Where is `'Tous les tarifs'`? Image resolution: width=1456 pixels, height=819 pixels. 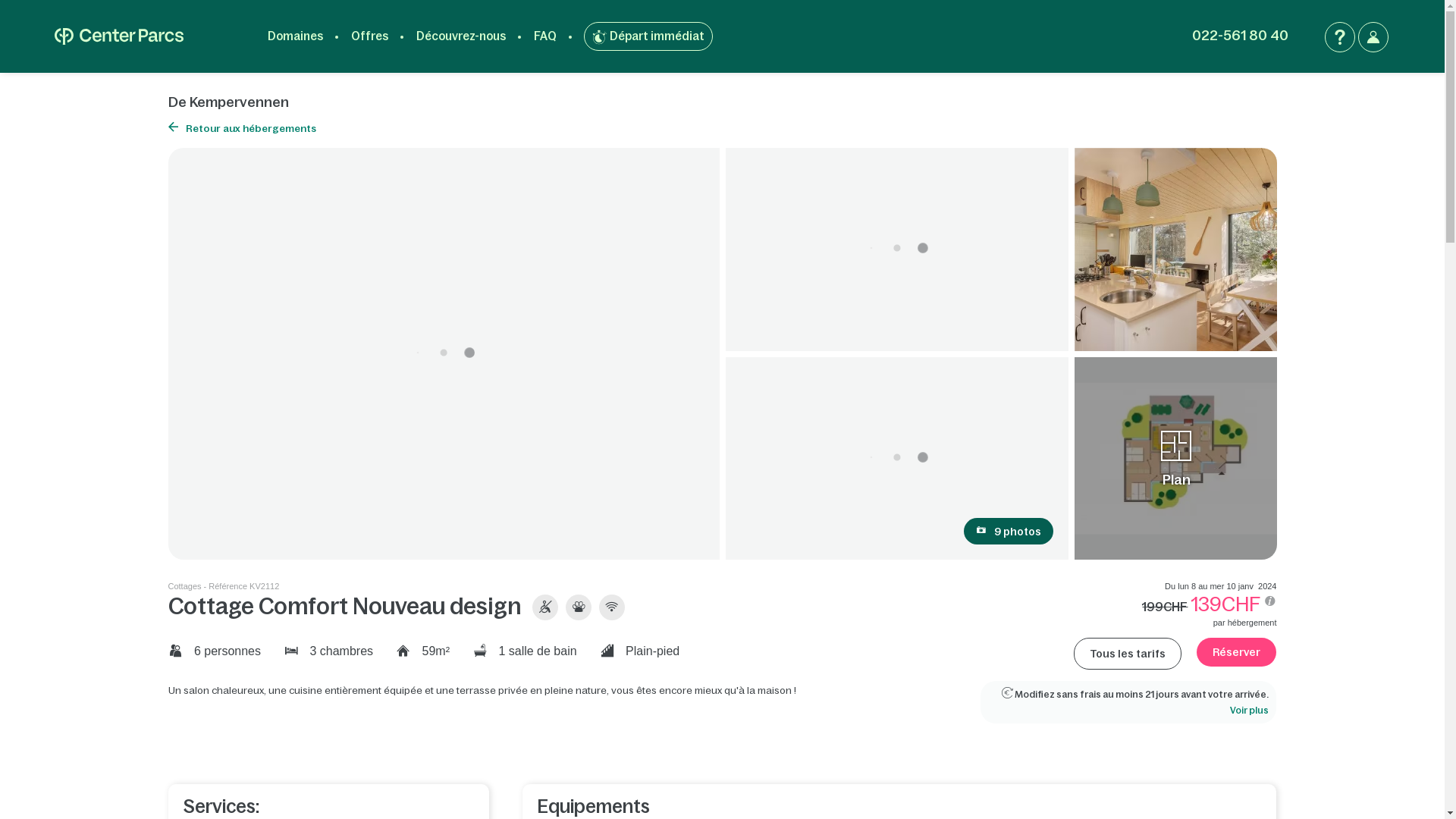
'Tous les tarifs' is located at coordinates (1128, 652).